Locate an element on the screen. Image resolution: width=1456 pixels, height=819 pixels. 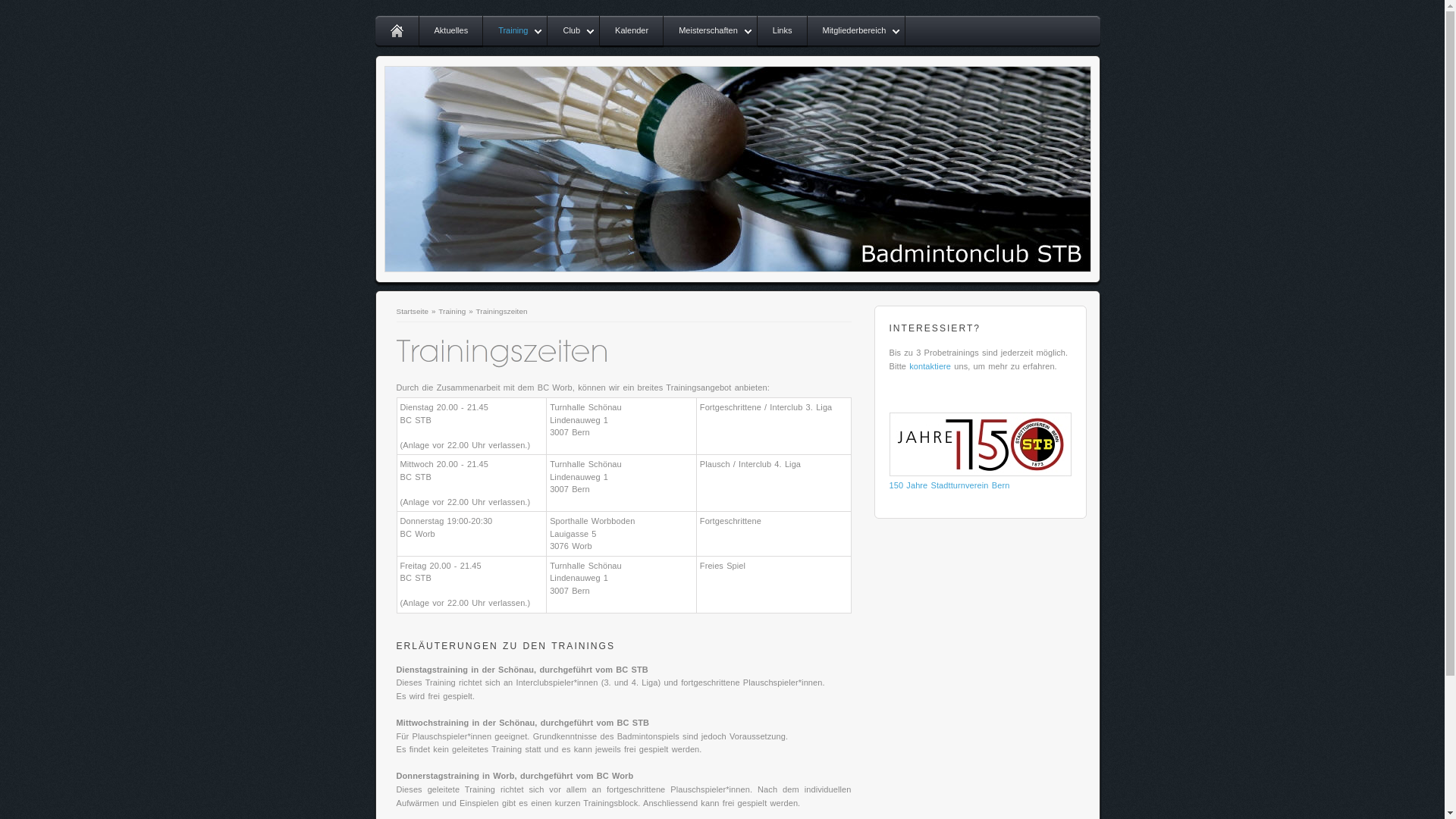
'Aktuelles' is located at coordinates (450, 31).